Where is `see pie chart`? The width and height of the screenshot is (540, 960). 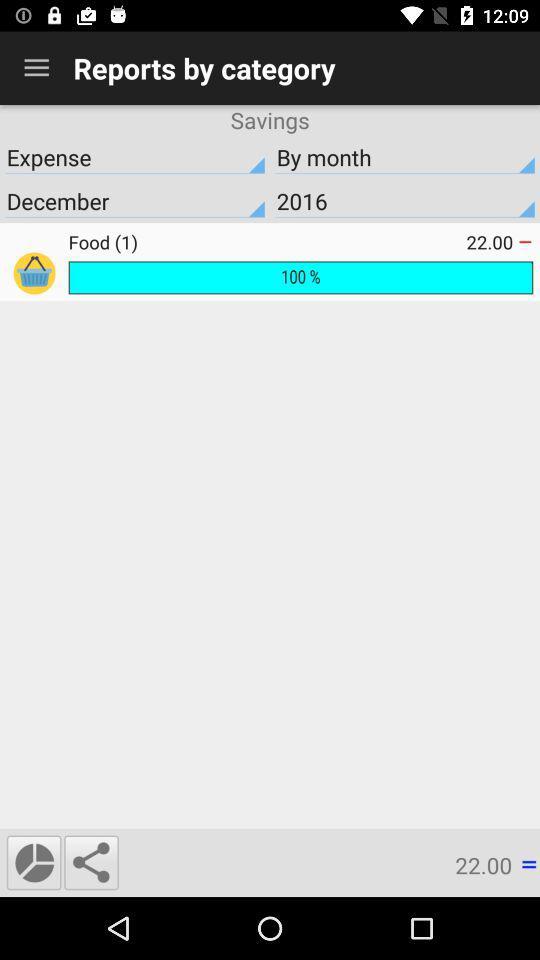
see pie chart is located at coordinates (33, 861).